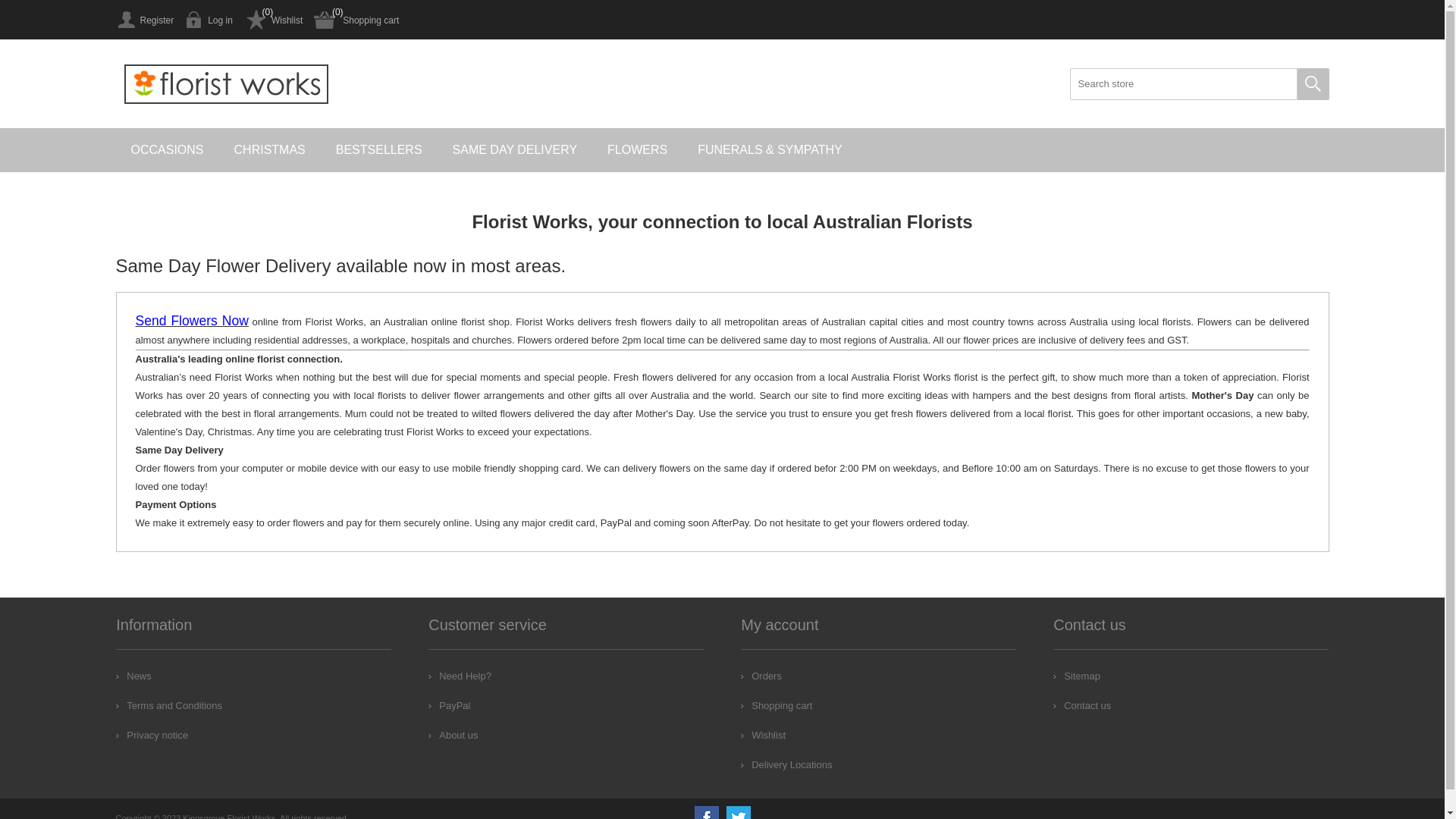  Describe the element at coordinates (776, 705) in the screenshot. I see `'Shopping cart'` at that location.